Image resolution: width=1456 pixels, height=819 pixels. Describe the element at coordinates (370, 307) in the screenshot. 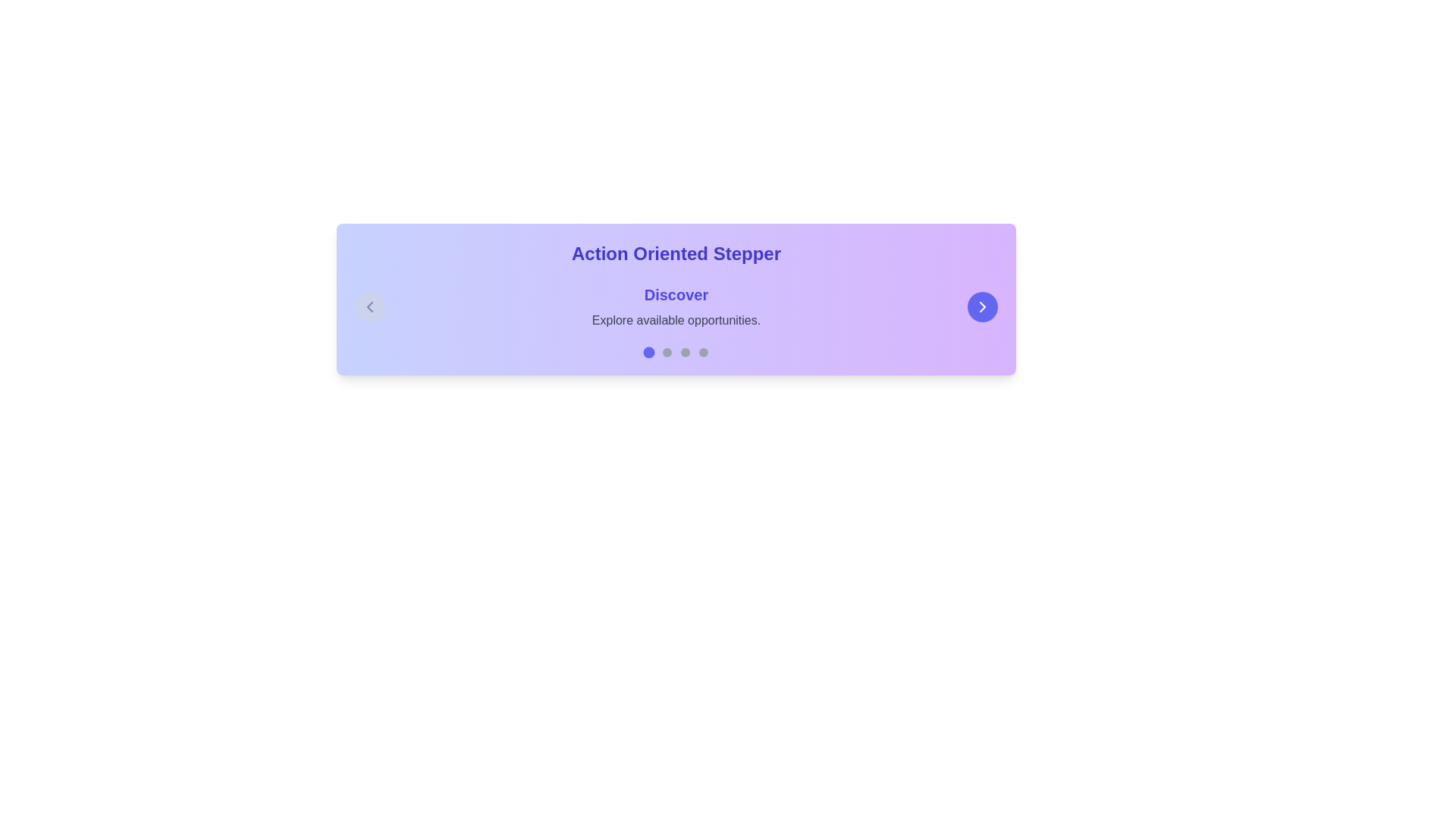

I see `the circular button with a light gray background and a left-pointing dark gray chevron` at that location.